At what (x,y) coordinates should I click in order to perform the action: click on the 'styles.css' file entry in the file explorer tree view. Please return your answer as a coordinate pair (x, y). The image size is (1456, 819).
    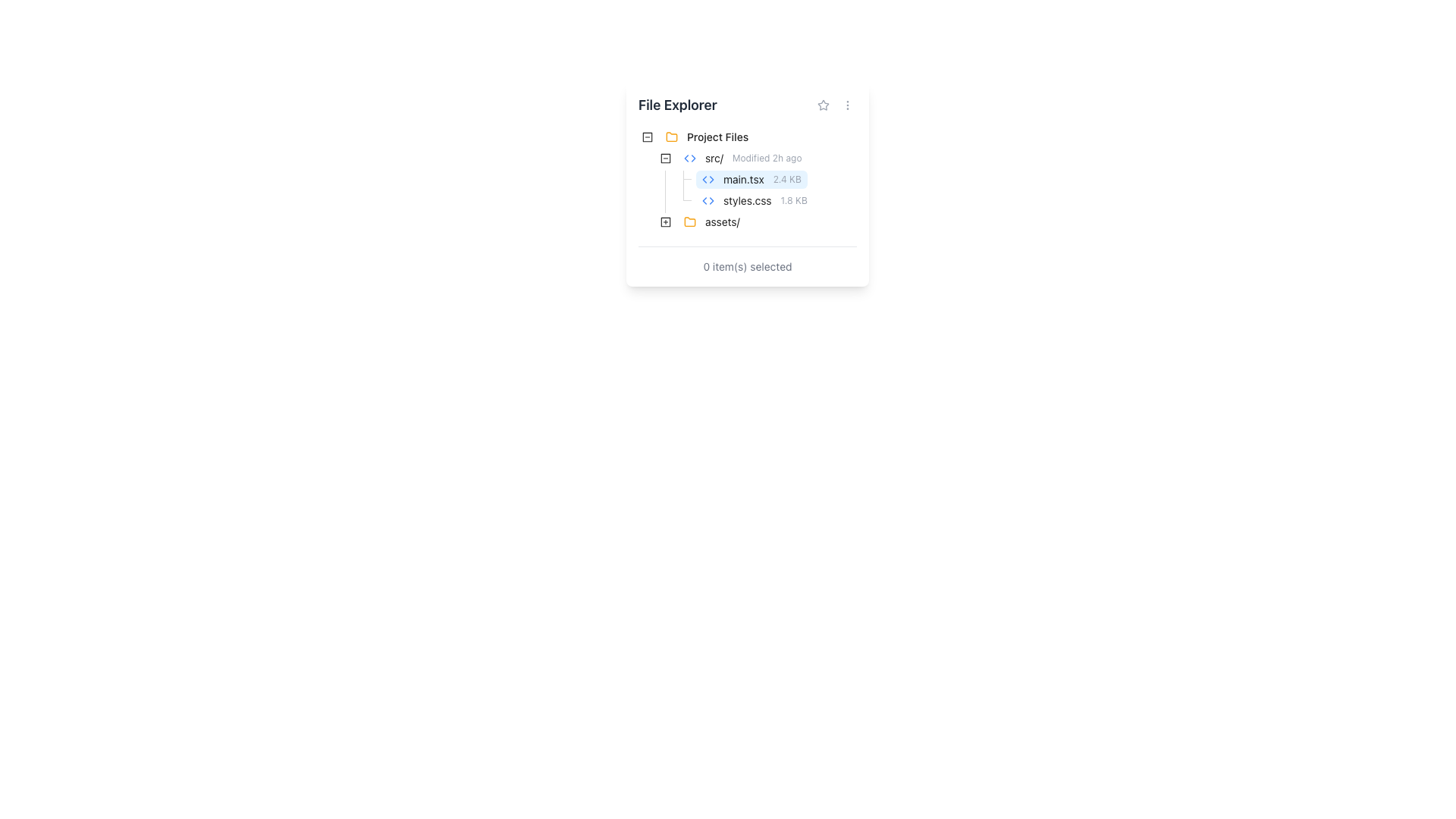
    Looking at the image, I should click on (725, 200).